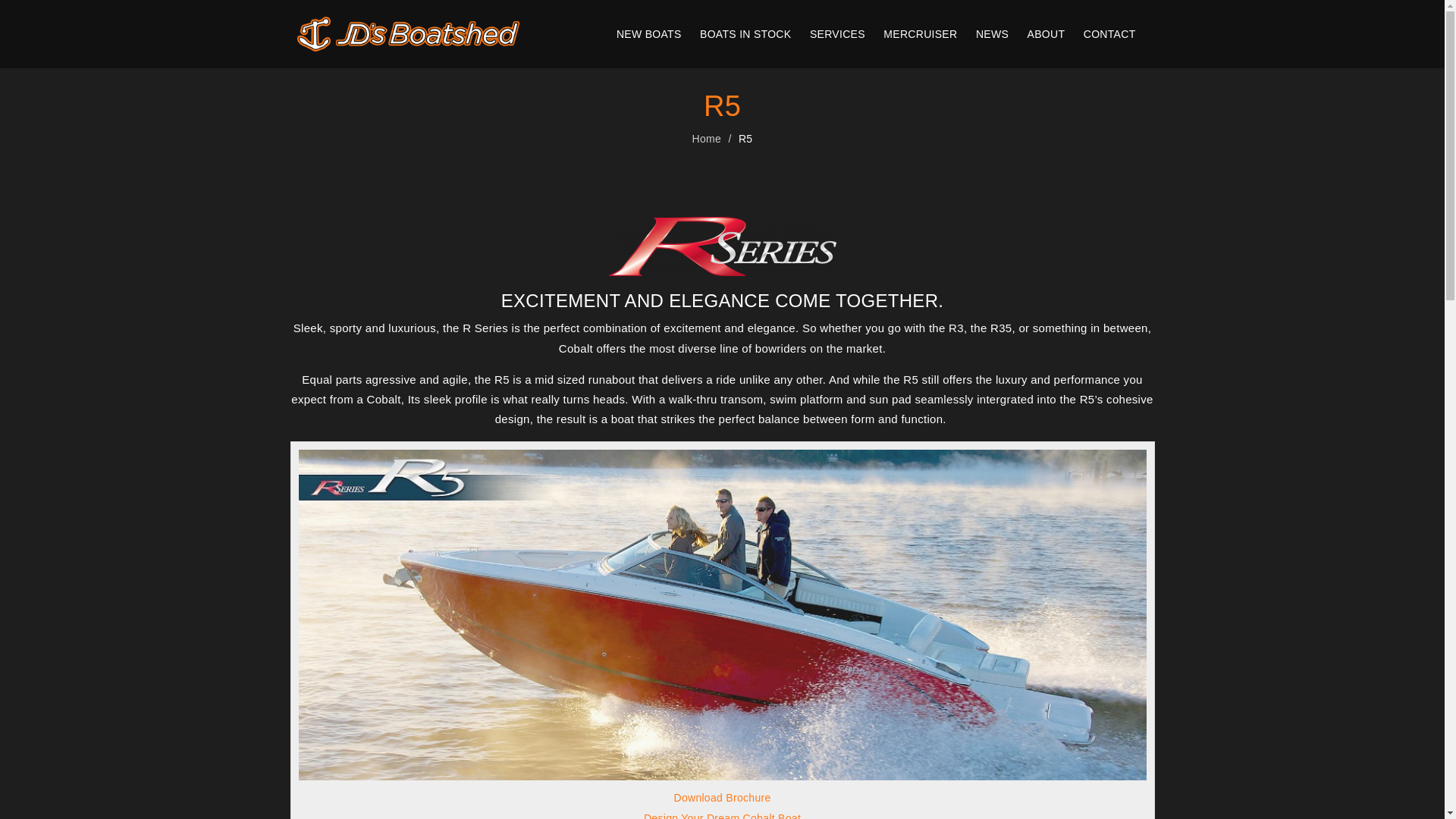  I want to click on 'NEWS', so click(992, 34).